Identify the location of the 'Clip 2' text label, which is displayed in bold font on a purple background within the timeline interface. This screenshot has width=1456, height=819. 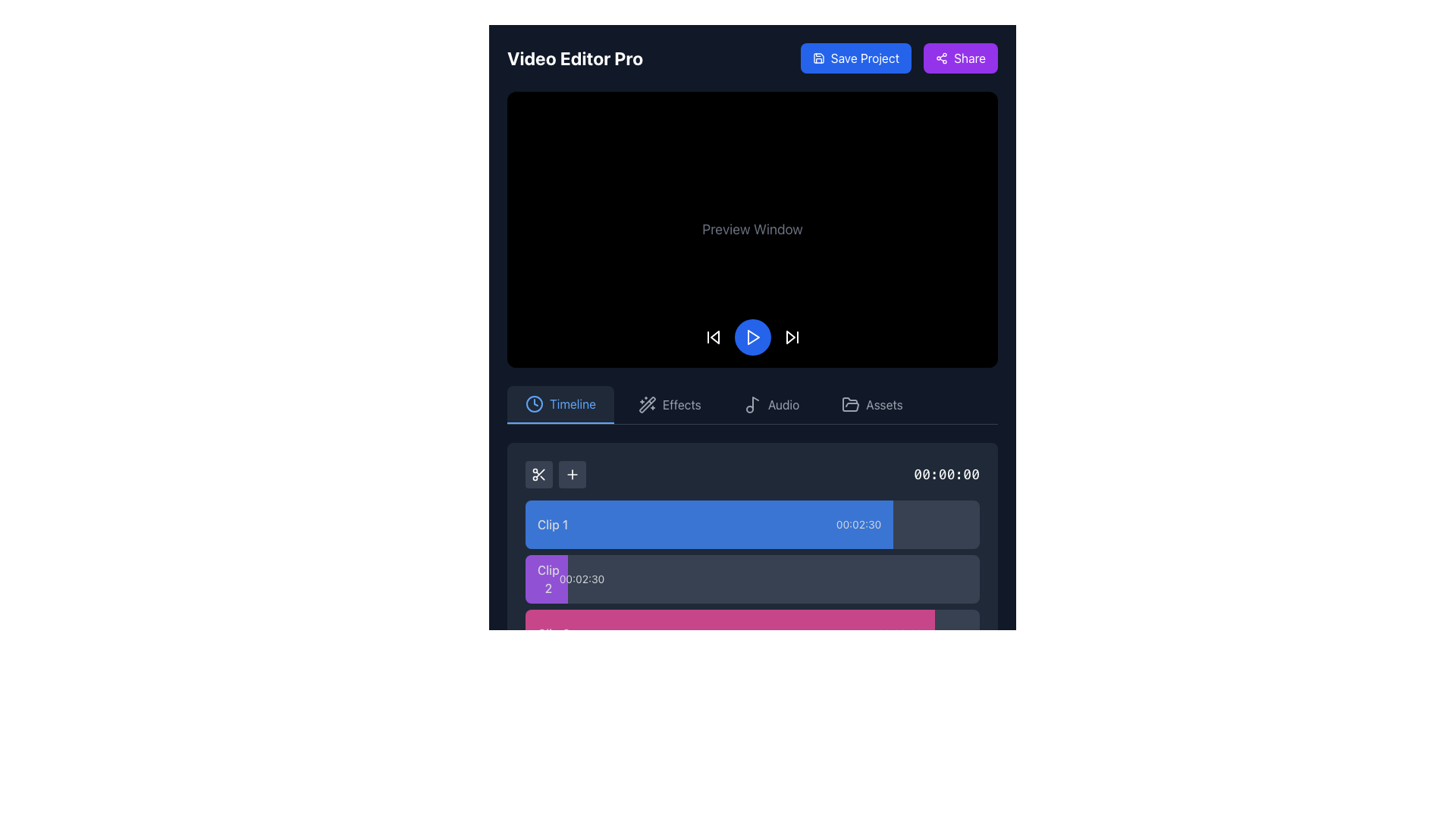
(548, 579).